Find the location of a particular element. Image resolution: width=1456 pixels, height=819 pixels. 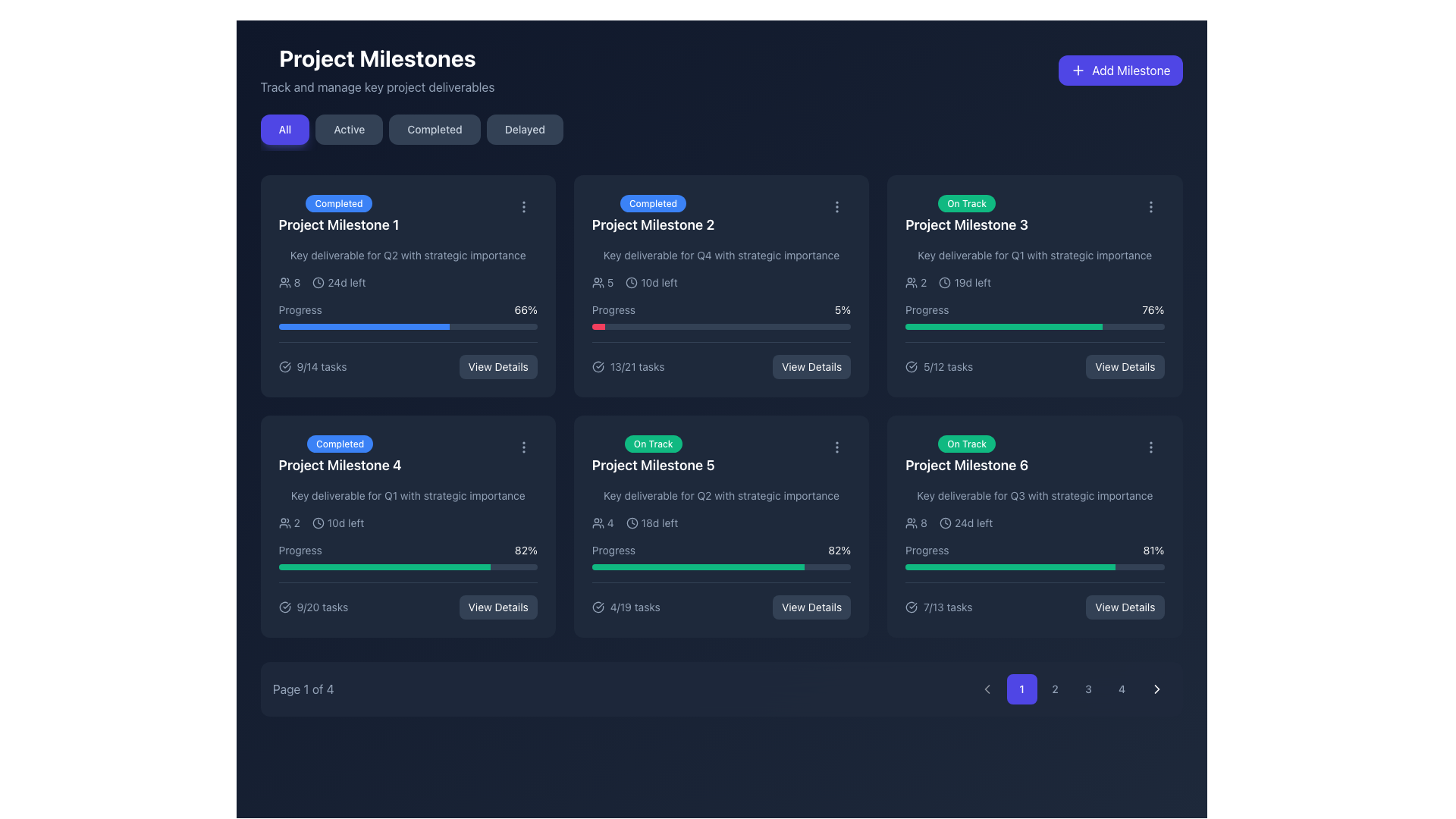

the numeric text '5' displayed next to the group of people icon, which is located to the left of the text '10d left' and above the progress bar in the second card labeled 'Project Milestone 2' is located at coordinates (602, 283).